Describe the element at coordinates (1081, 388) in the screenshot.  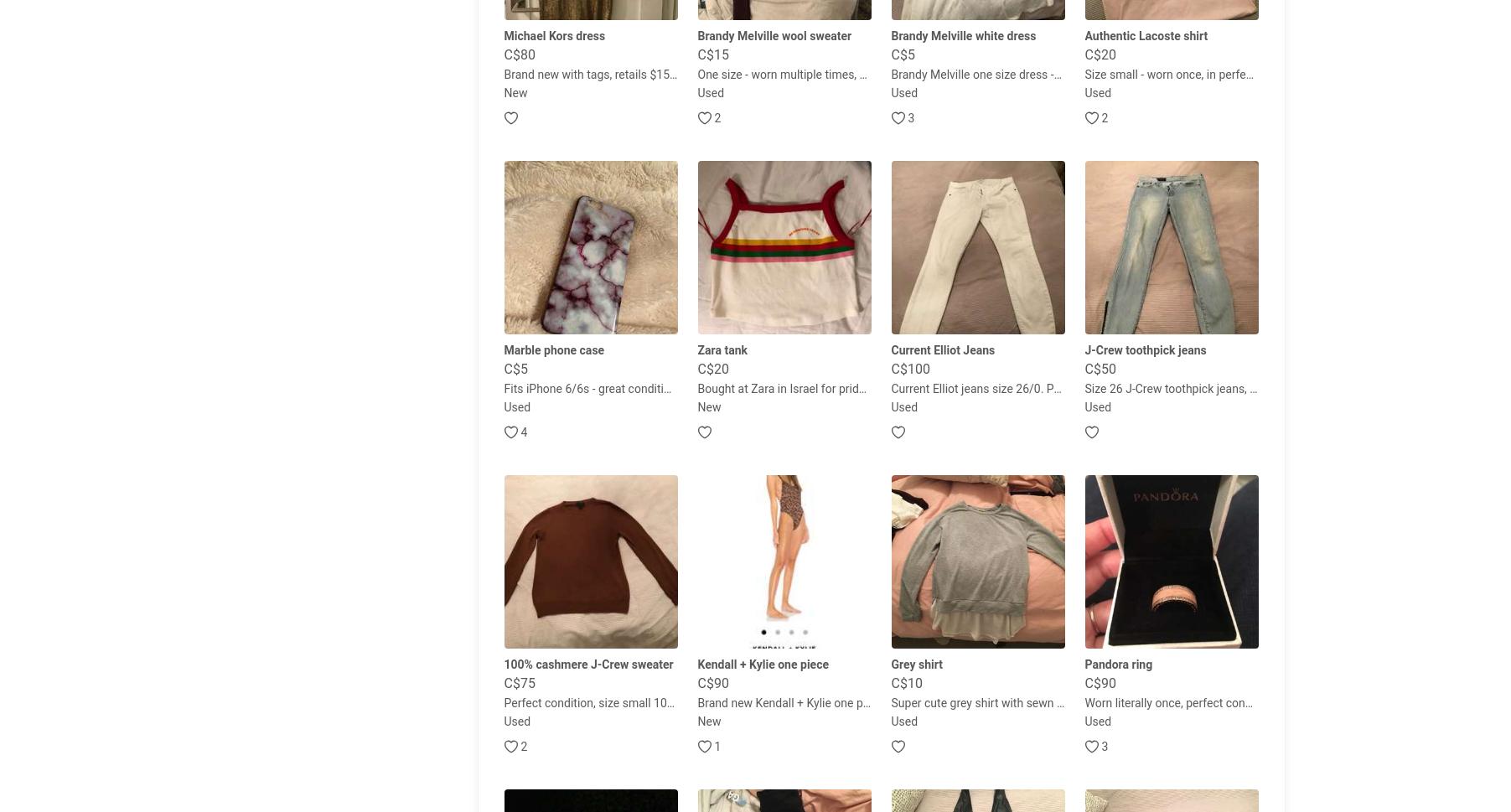
I see `'Current Elliot jeans size 26/0.  Perfect condition - worn a handful of times!'` at that location.